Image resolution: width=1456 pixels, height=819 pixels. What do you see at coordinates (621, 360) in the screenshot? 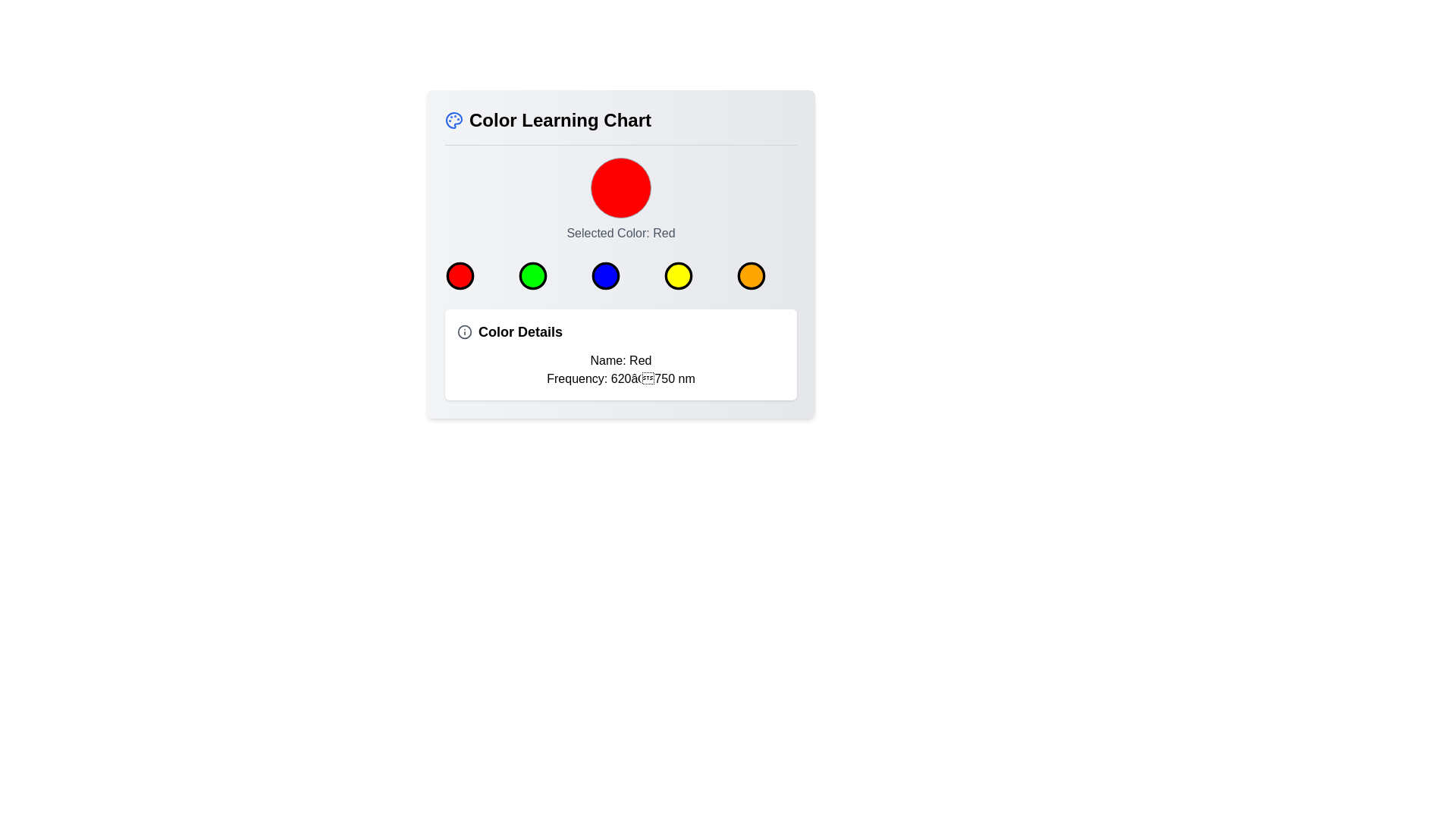
I see `the Text label that displays the name of the currently selected color, located in the 'Color Details' section below the color buttons` at bounding box center [621, 360].